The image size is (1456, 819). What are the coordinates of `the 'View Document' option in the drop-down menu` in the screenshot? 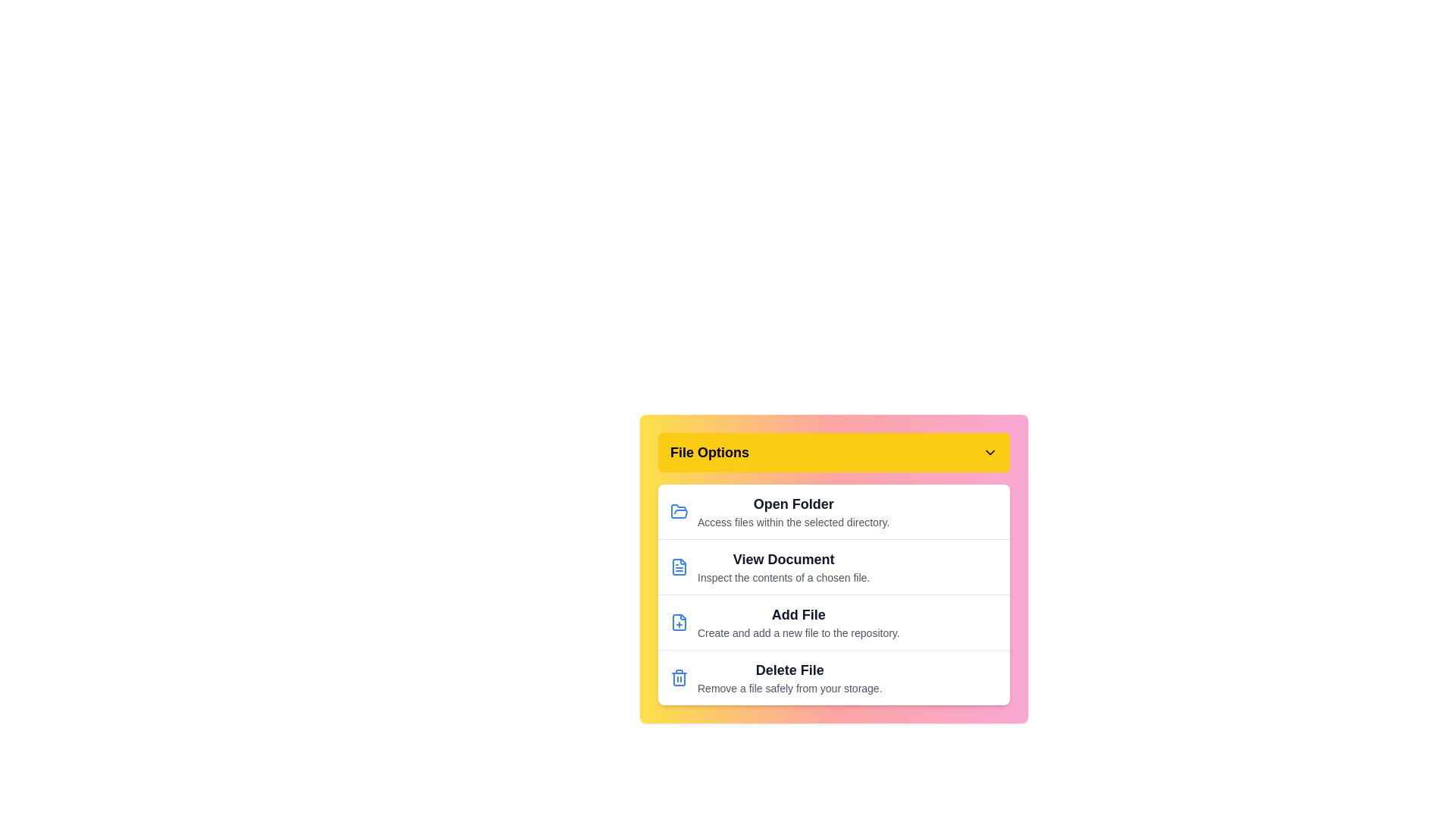 It's located at (833, 568).